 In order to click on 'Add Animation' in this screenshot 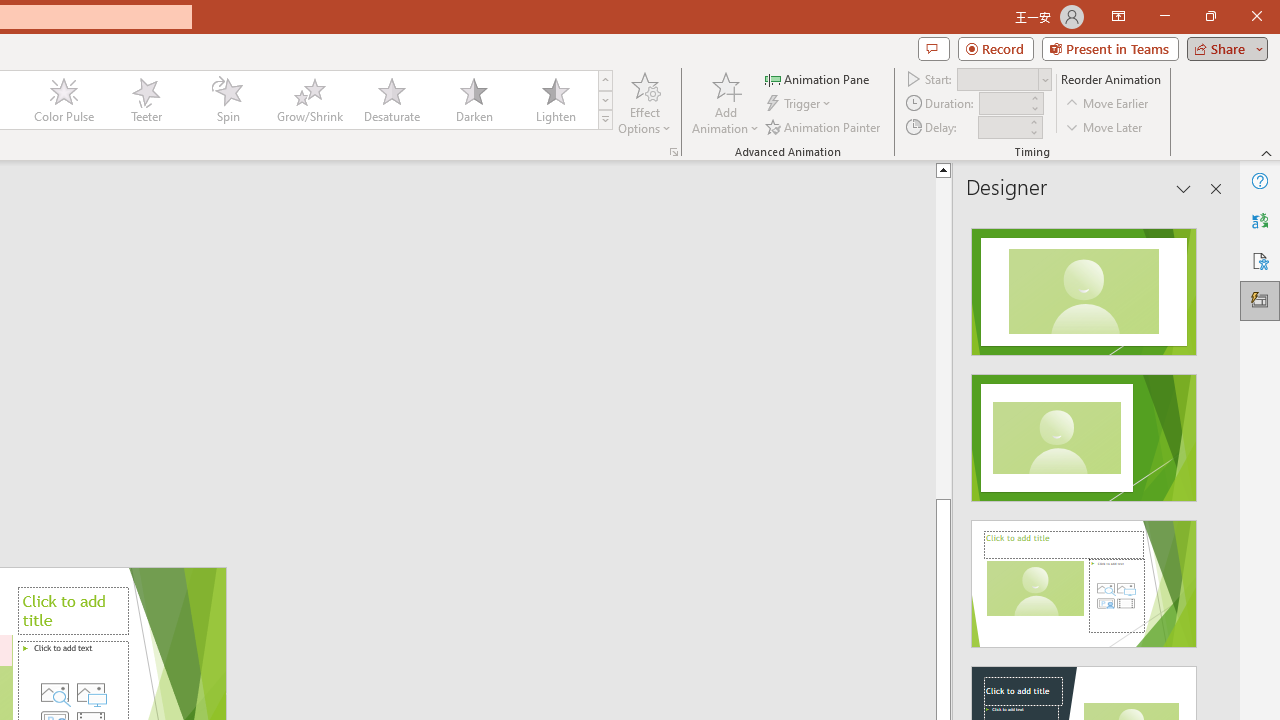, I will do `click(724, 103)`.